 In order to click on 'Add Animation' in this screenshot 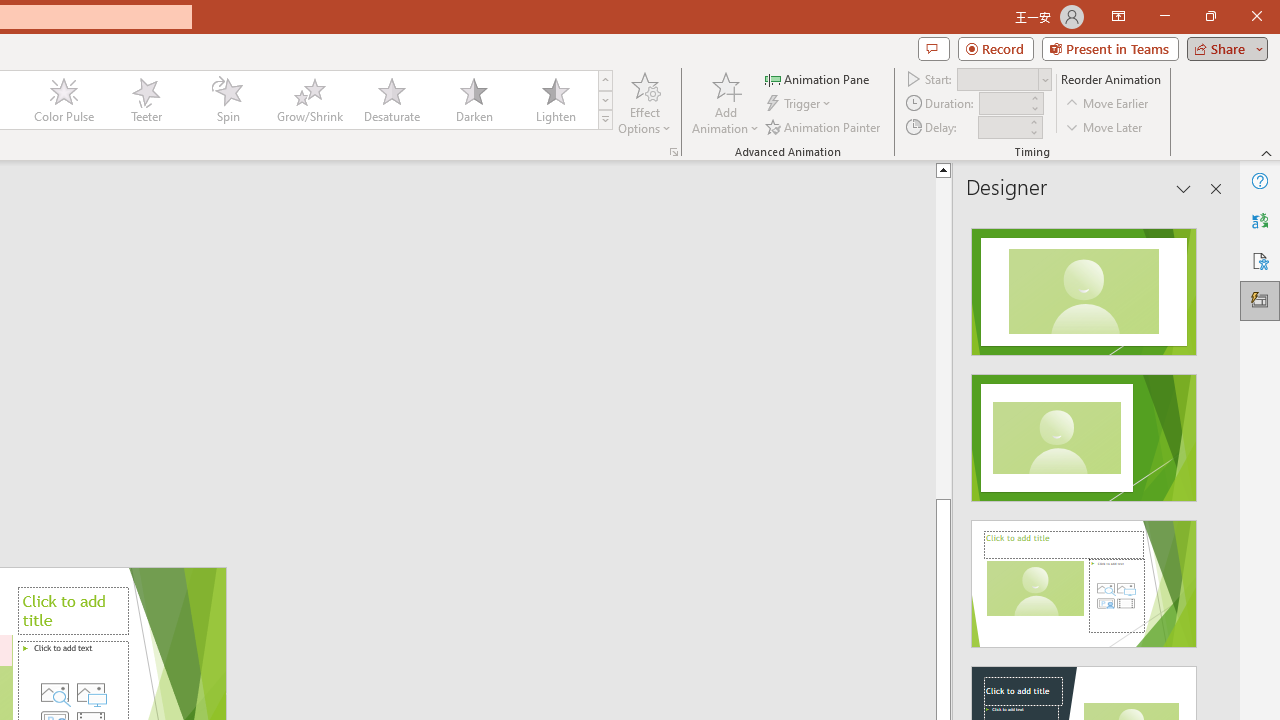, I will do `click(724, 103)`.